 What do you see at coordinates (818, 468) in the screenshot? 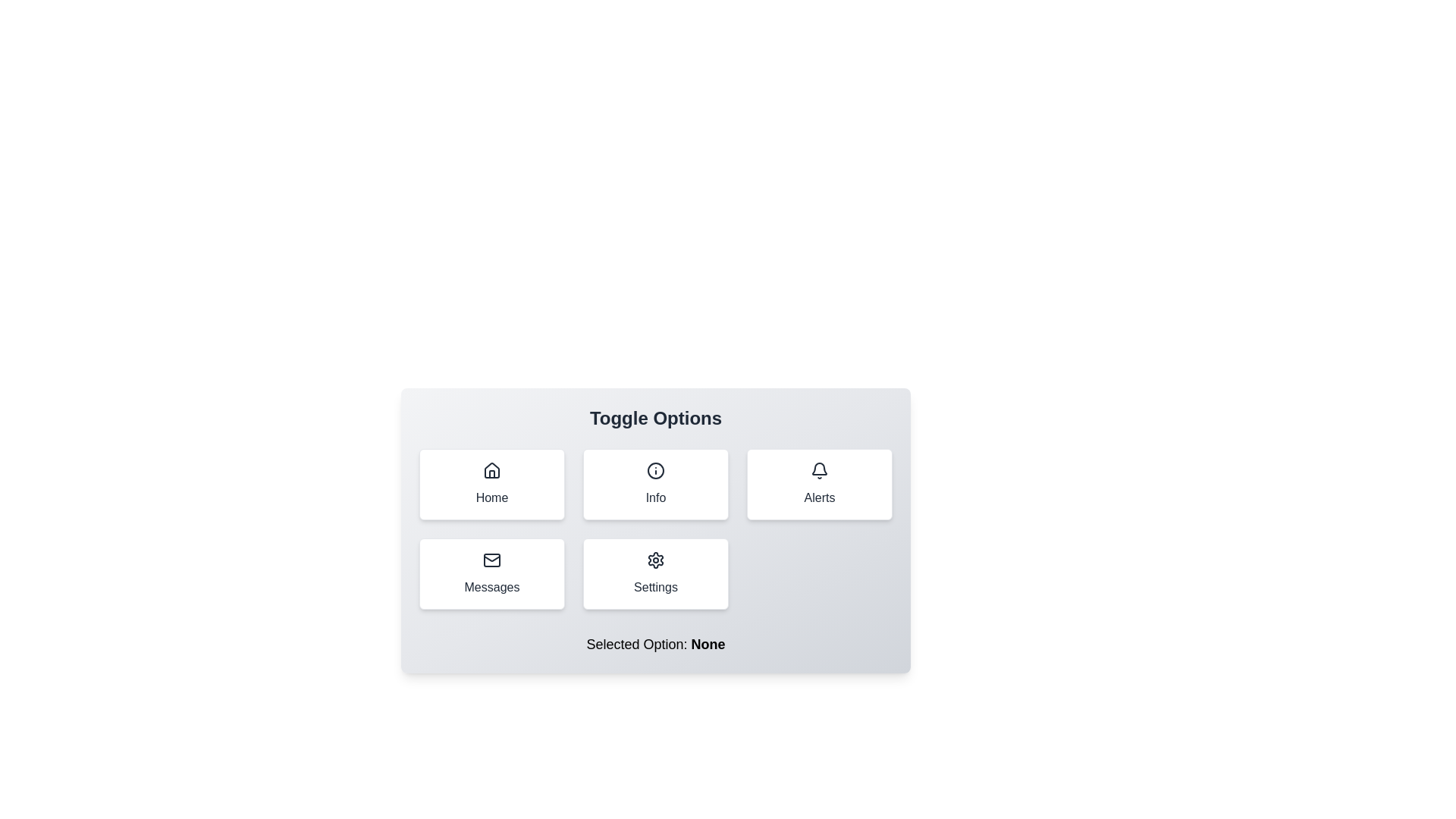
I see `the bell icon within the 'Alerts' button in the top-right corner of the interface to trigger the related action, if enabled` at bounding box center [818, 468].